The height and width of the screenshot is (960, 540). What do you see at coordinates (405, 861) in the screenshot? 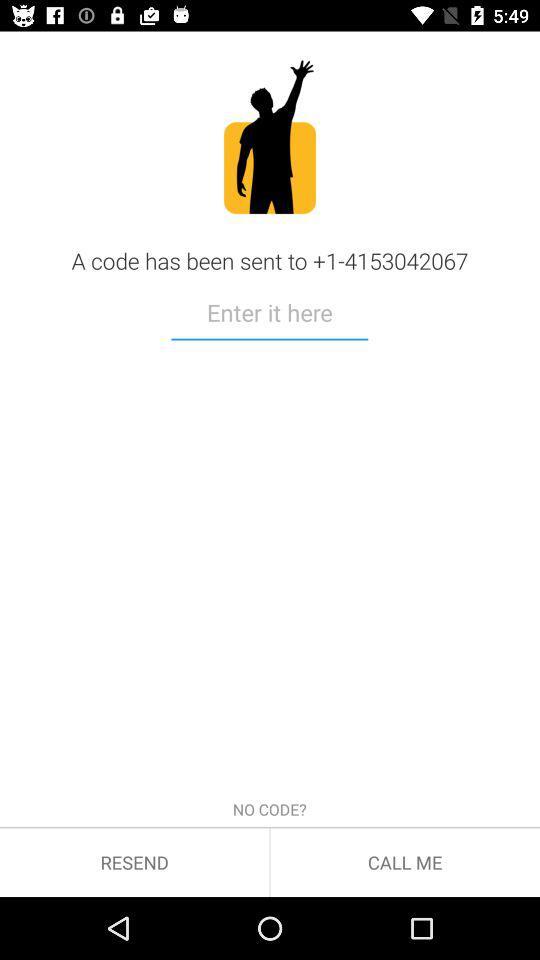
I see `the call me` at bounding box center [405, 861].